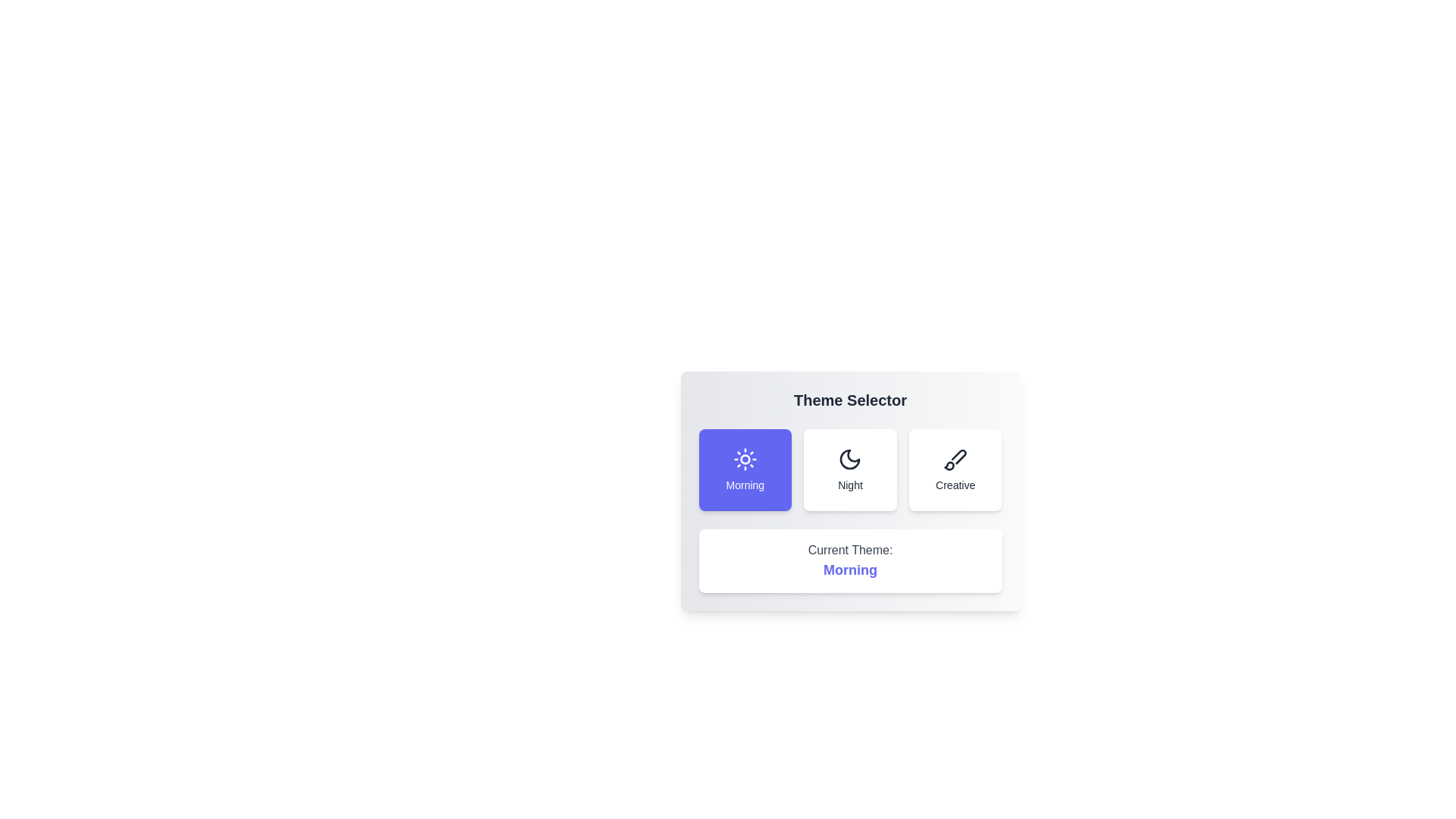  Describe the element at coordinates (745, 469) in the screenshot. I see `the theme Morning by clicking on its button` at that location.